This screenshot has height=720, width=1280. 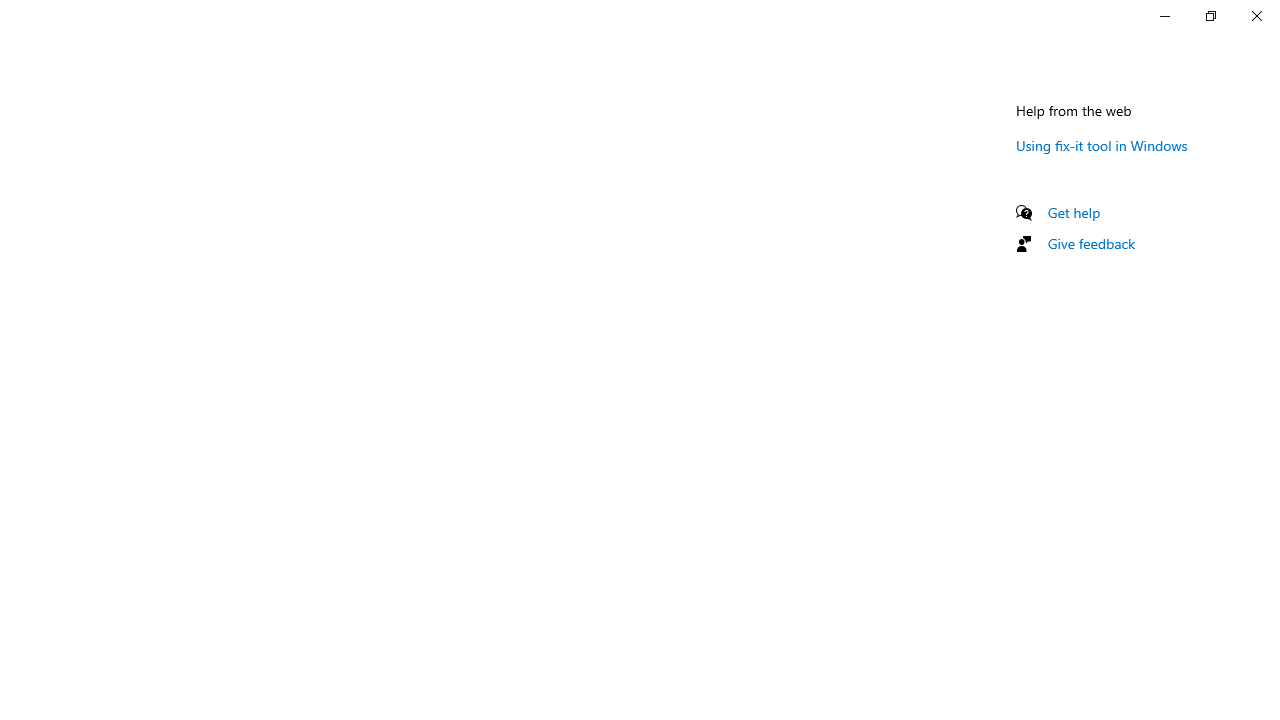 I want to click on 'Get help', so click(x=1073, y=212).